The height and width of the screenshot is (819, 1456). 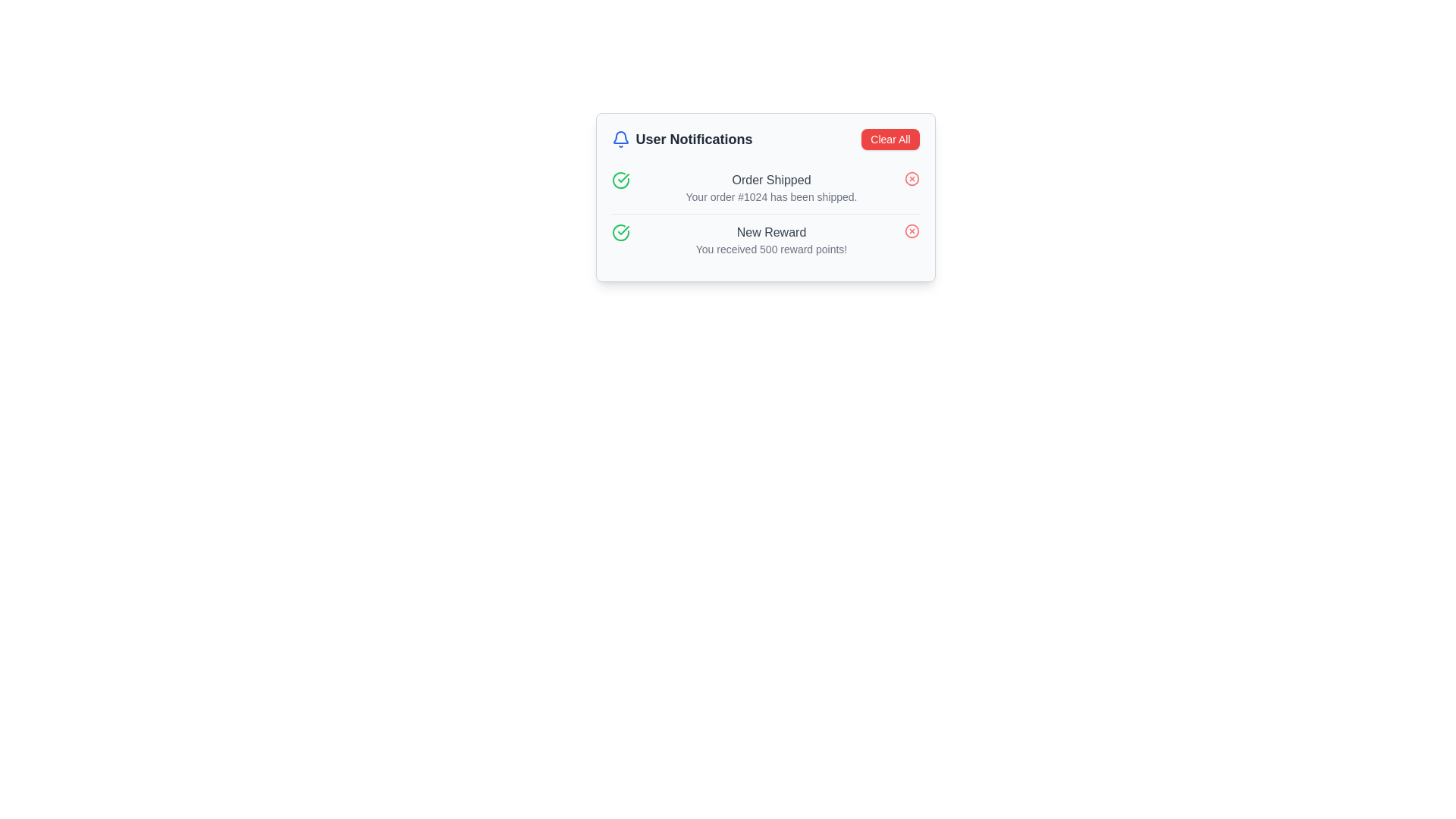 I want to click on the blue bell-shaped notification icon located to the left of the 'User Notifications' text in the notification panel, so click(x=620, y=140).